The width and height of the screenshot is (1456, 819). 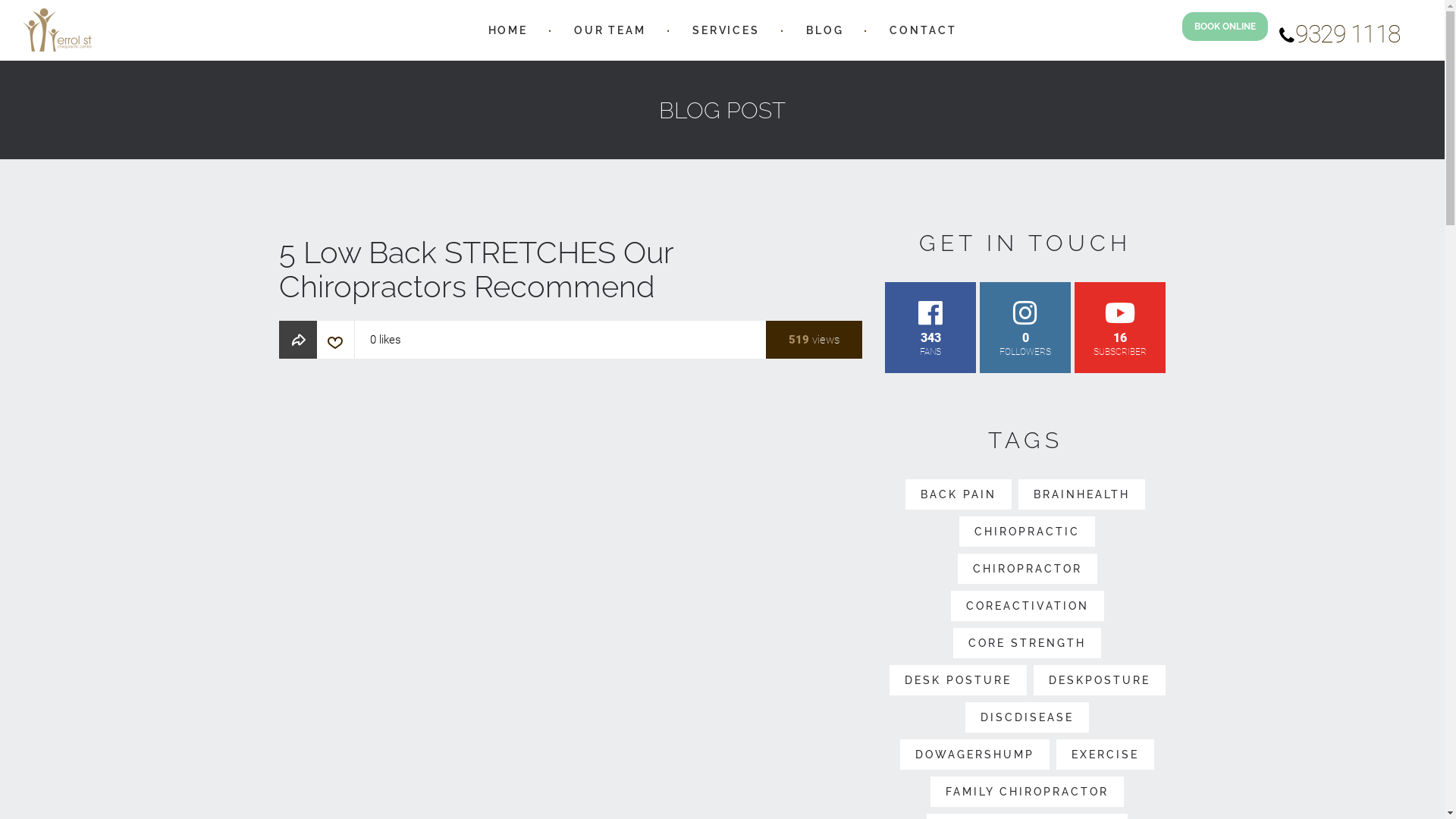 What do you see at coordinates (1099, 679) in the screenshot?
I see `'DESKPOSTURE'` at bounding box center [1099, 679].